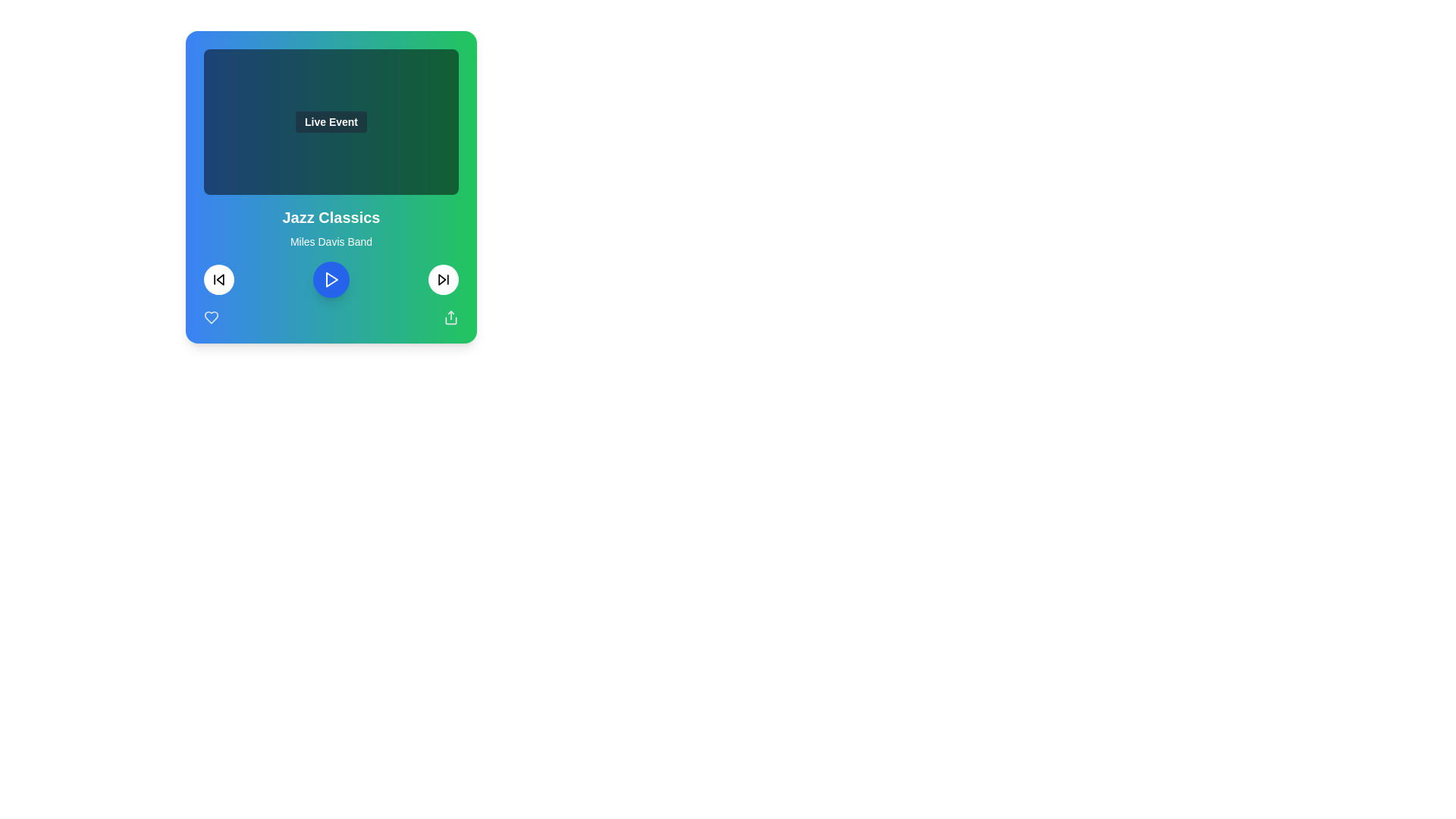  What do you see at coordinates (330, 121) in the screenshot?
I see `the 'Live Event' label located in the upper section of the card above 'Jazz Classics' and 'Miles Davis Band'` at bounding box center [330, 121].